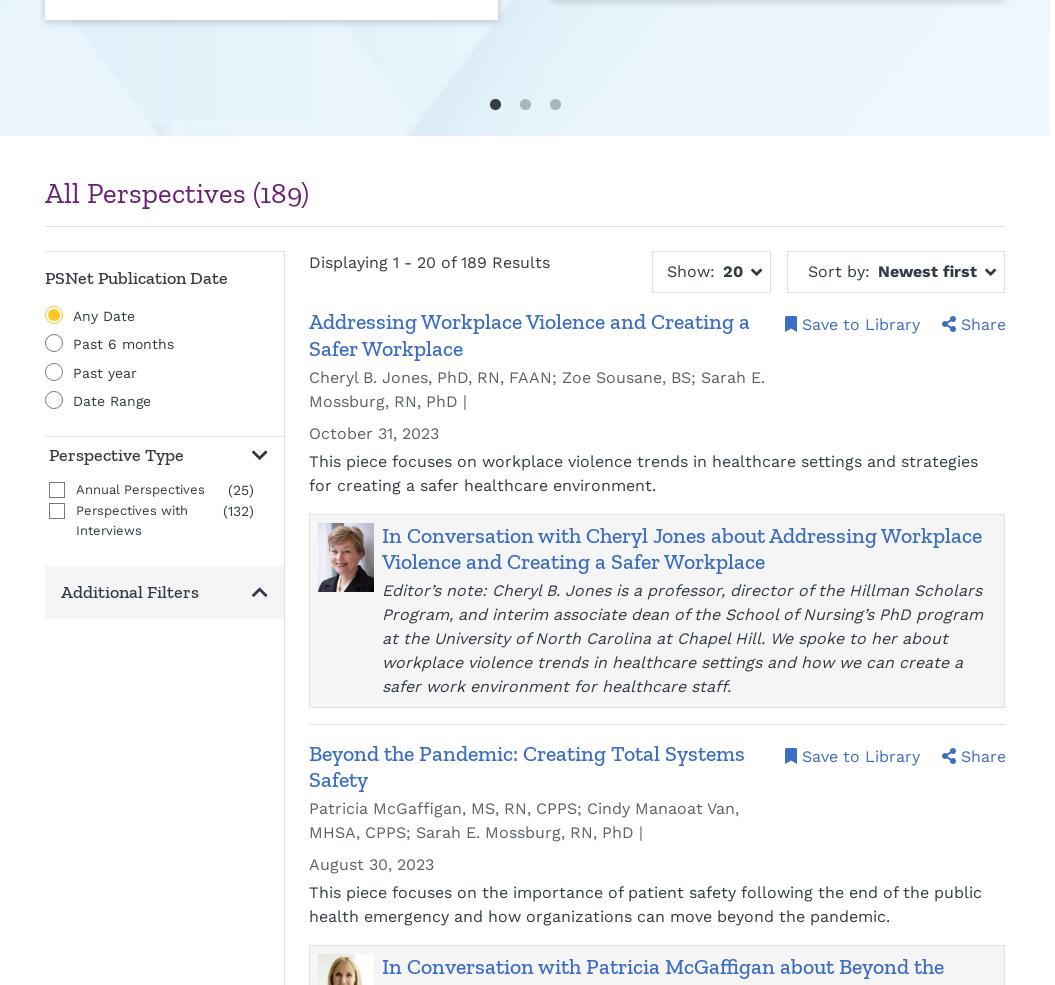 The width and height of the screenshot is (1055, 985). What do you see at coordinates (877, 270) in the screenshot?
I see `'Newest first'` at bounding box center [877, 270].